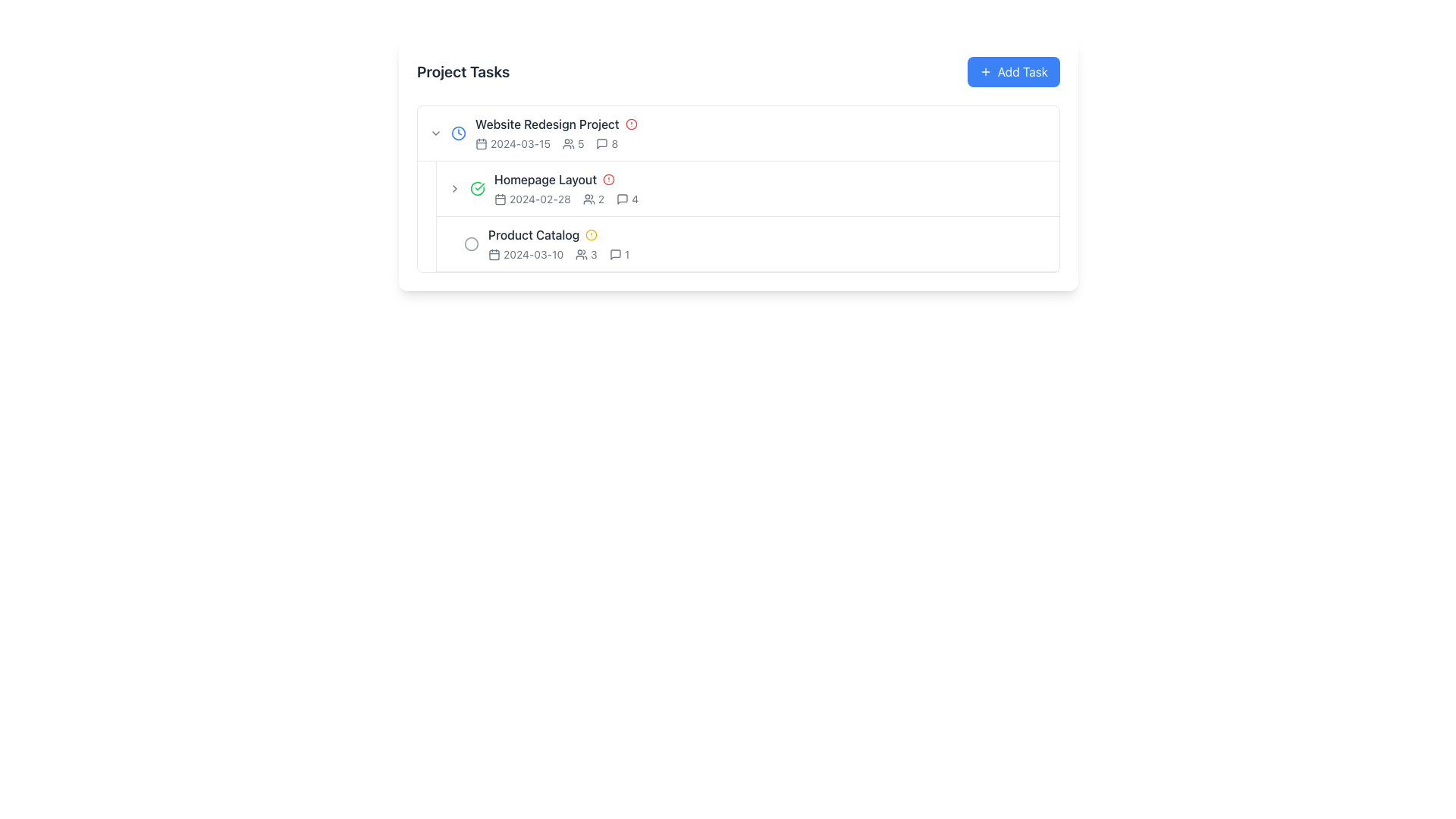 The width and height of the screenshot is (1456, 819). I want to click on date displayed in the static text label indicating the date '2024-02-28', which is located in the second row of the task list for 'Homepage Layout', adjacent to a calendar icon, so click(540, 198).